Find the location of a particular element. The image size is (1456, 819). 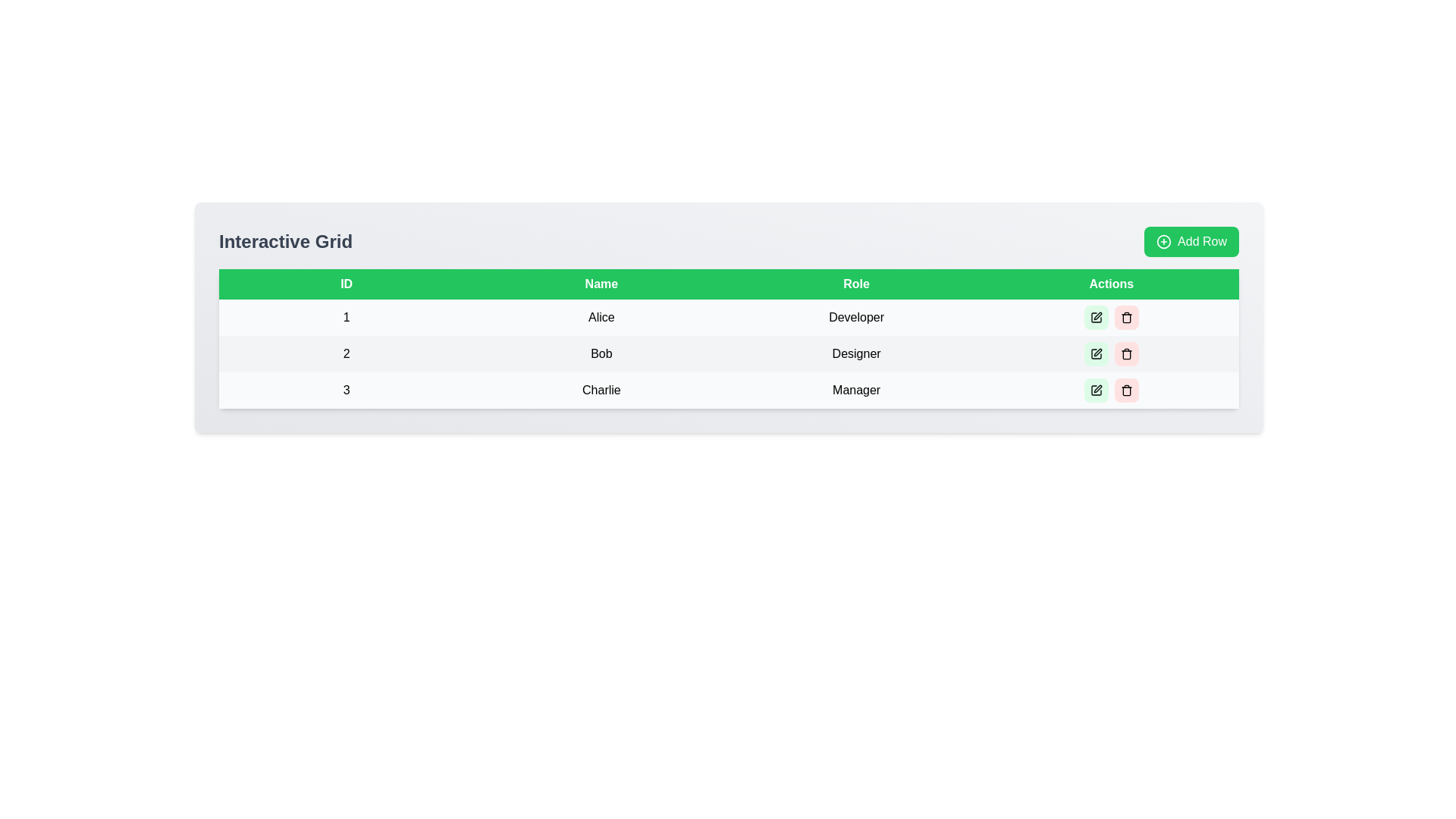

the table cell displaying the text 'Charlie' which is located in the third row under the 'Name' column is located at coordinates (601, 390).